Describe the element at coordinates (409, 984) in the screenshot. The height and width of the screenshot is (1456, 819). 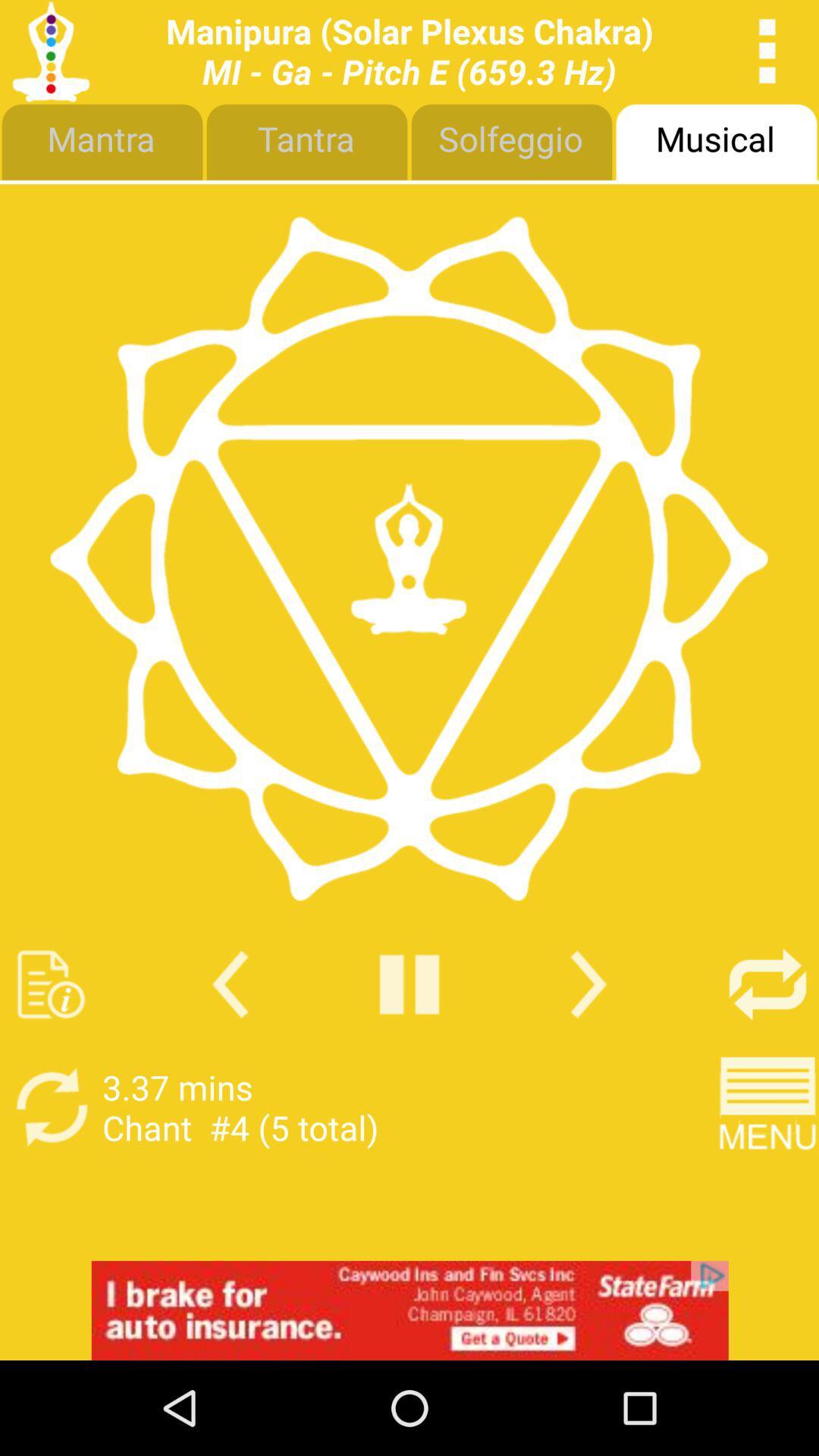
I see `pause audio` at that location.